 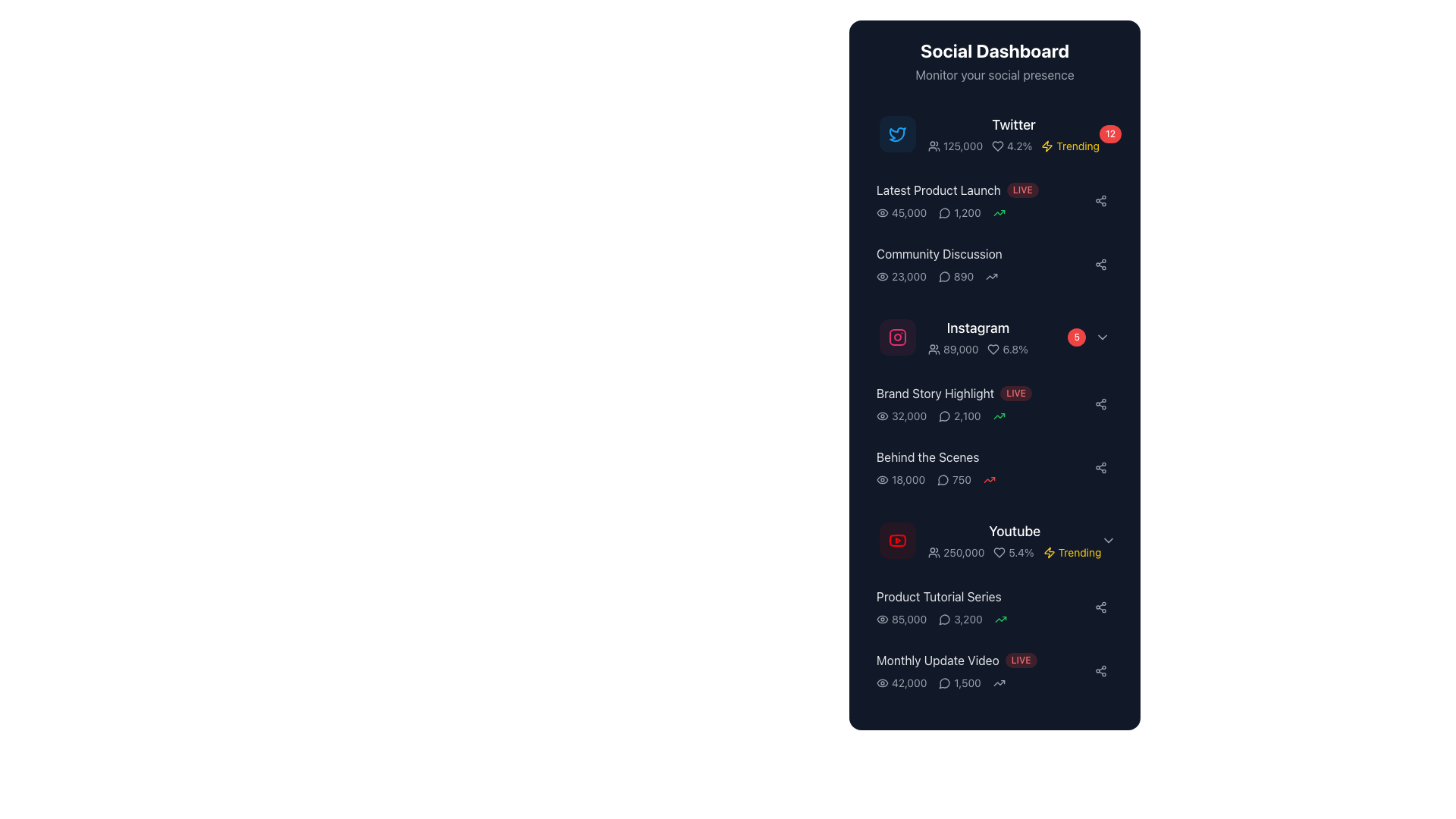 I want to click on the value displayed in the Notification badge, which shows a white numerical value '12' on a red circular background, located next to the arrow icon in the Twitter section of the dashboard, so click(x=1122, y=133).